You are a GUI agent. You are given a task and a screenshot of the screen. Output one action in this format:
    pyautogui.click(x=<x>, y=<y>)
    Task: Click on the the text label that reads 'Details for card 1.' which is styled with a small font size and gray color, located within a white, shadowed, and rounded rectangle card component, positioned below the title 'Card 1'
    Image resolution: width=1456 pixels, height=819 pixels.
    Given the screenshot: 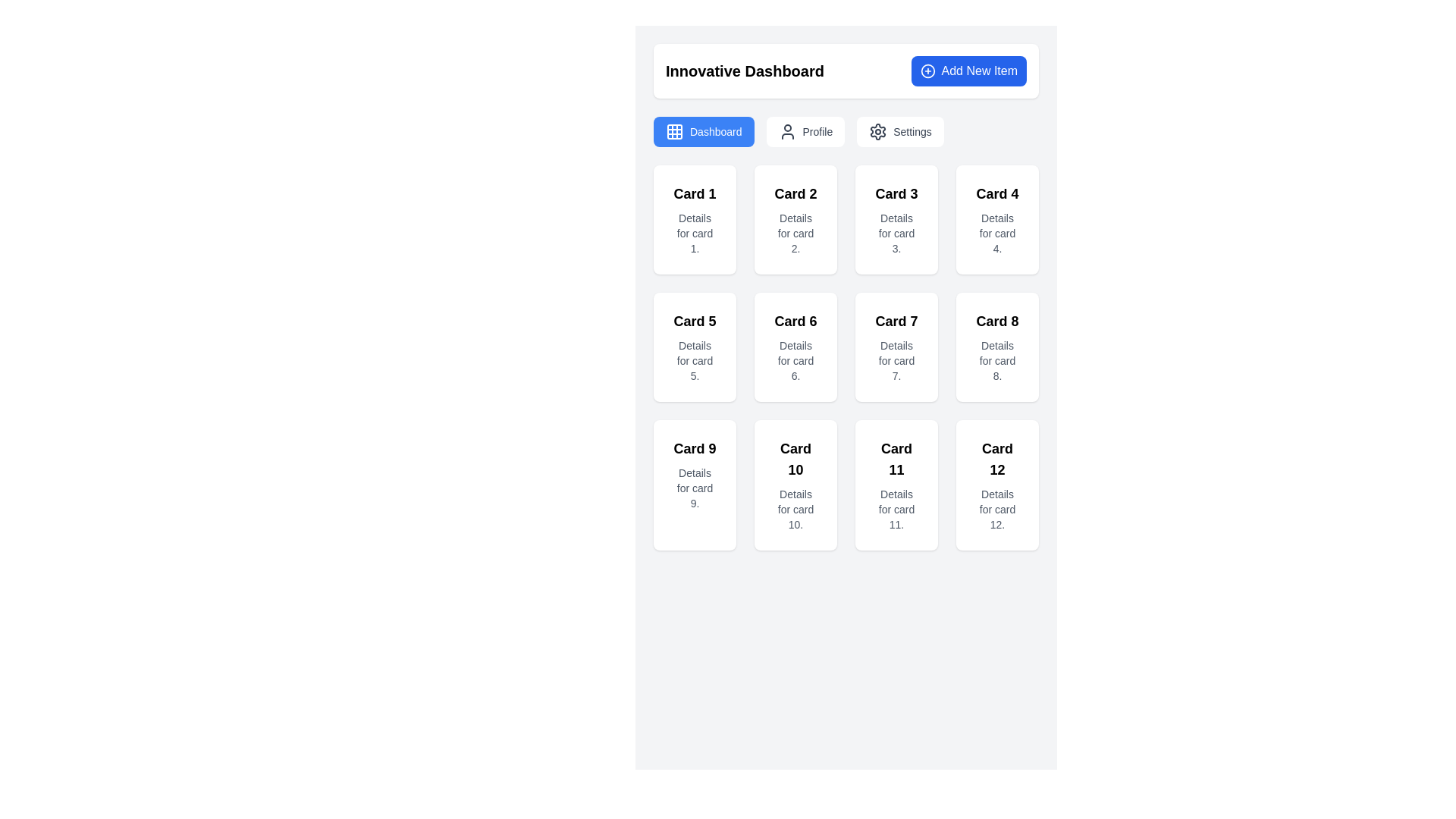 What is the action you would take?
    pyautogui.click(x=694, y=234)
    